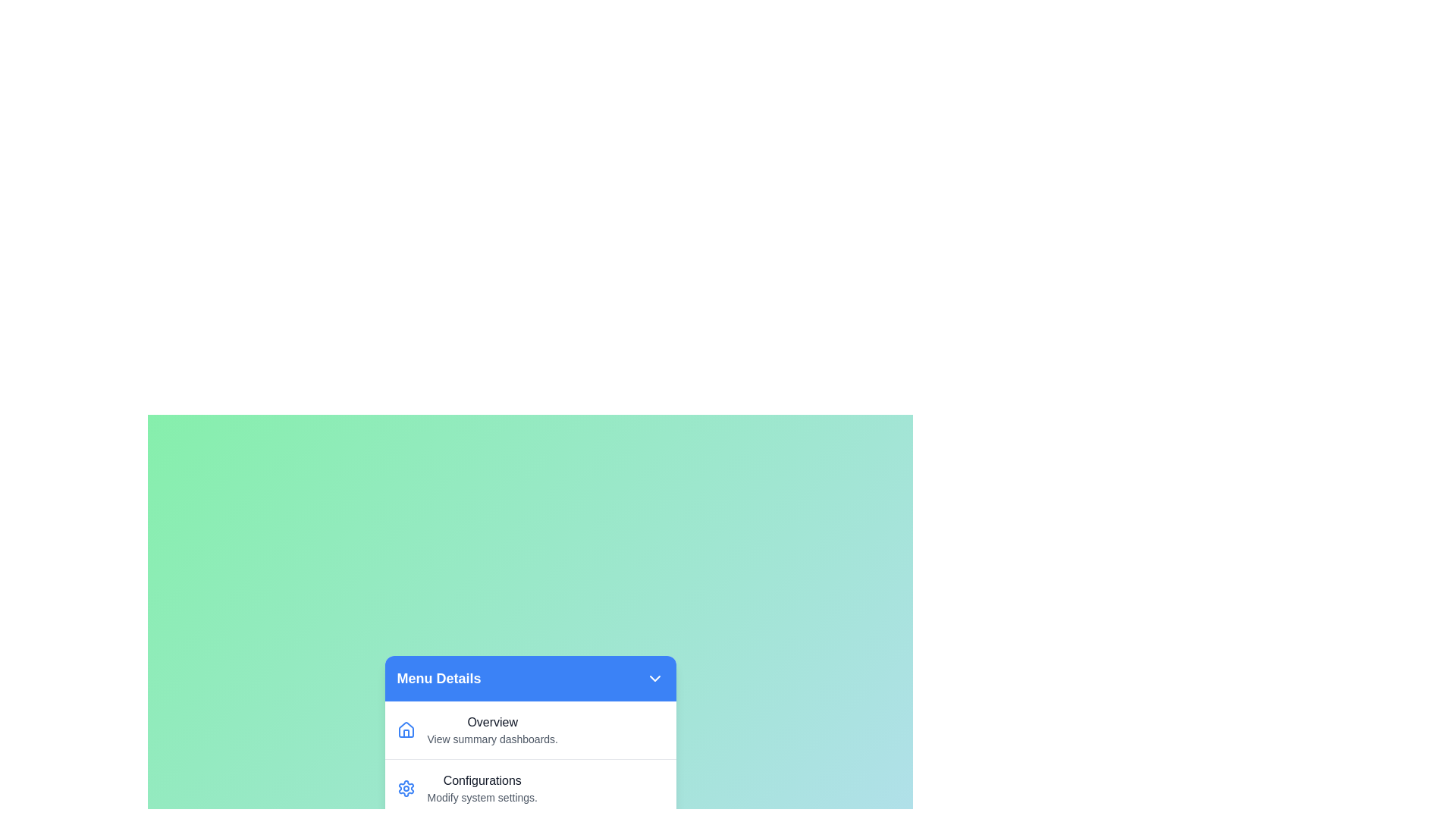 Image resolution: width=1456 pixels, height=819 pixels. I want to click on the menu item labeled Overview to read its description, so click(530, 730).